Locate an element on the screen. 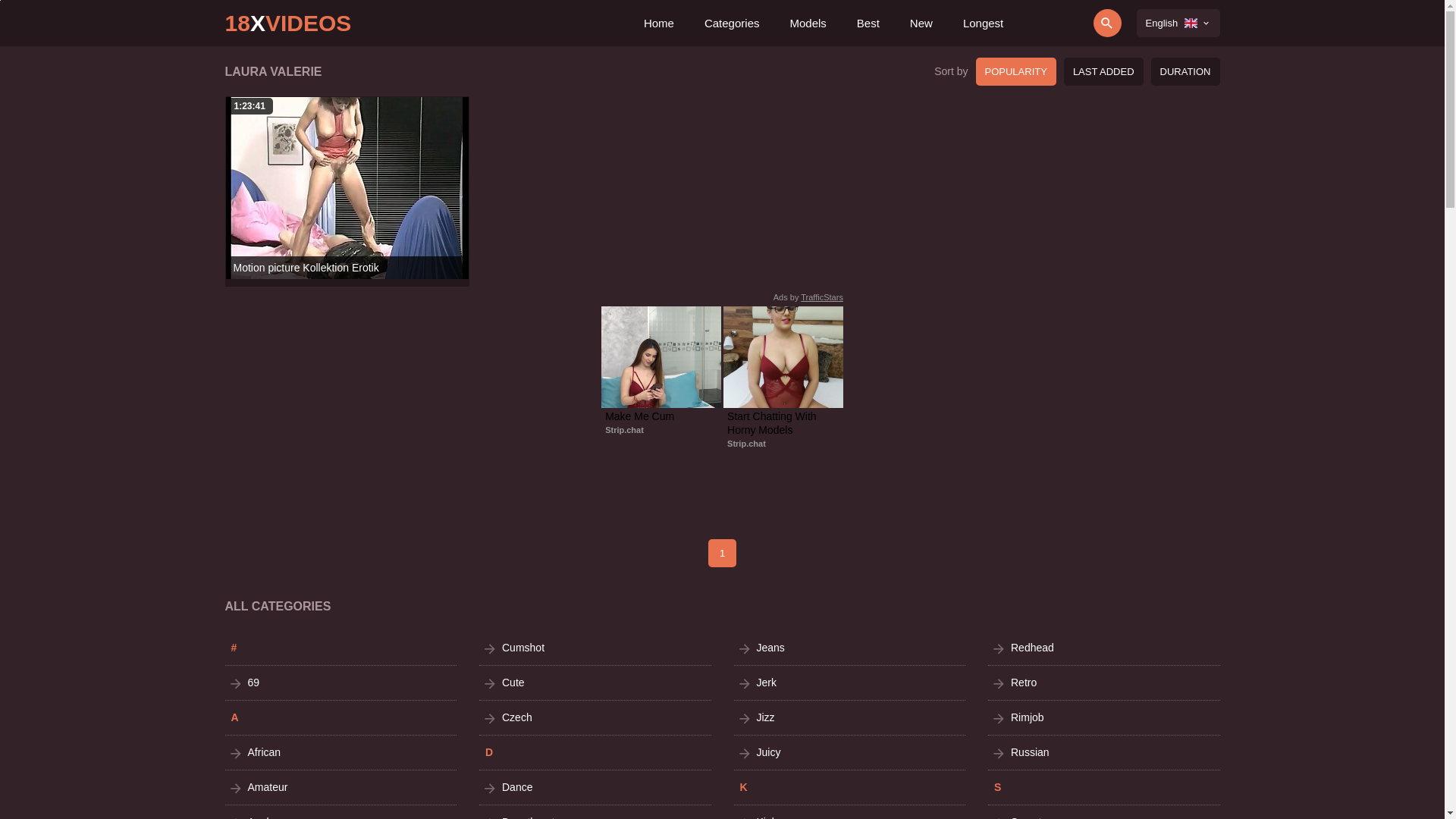 The width and height of the screenshot is (1456, 819). 'Categories' is located at coordinates (732, 23).